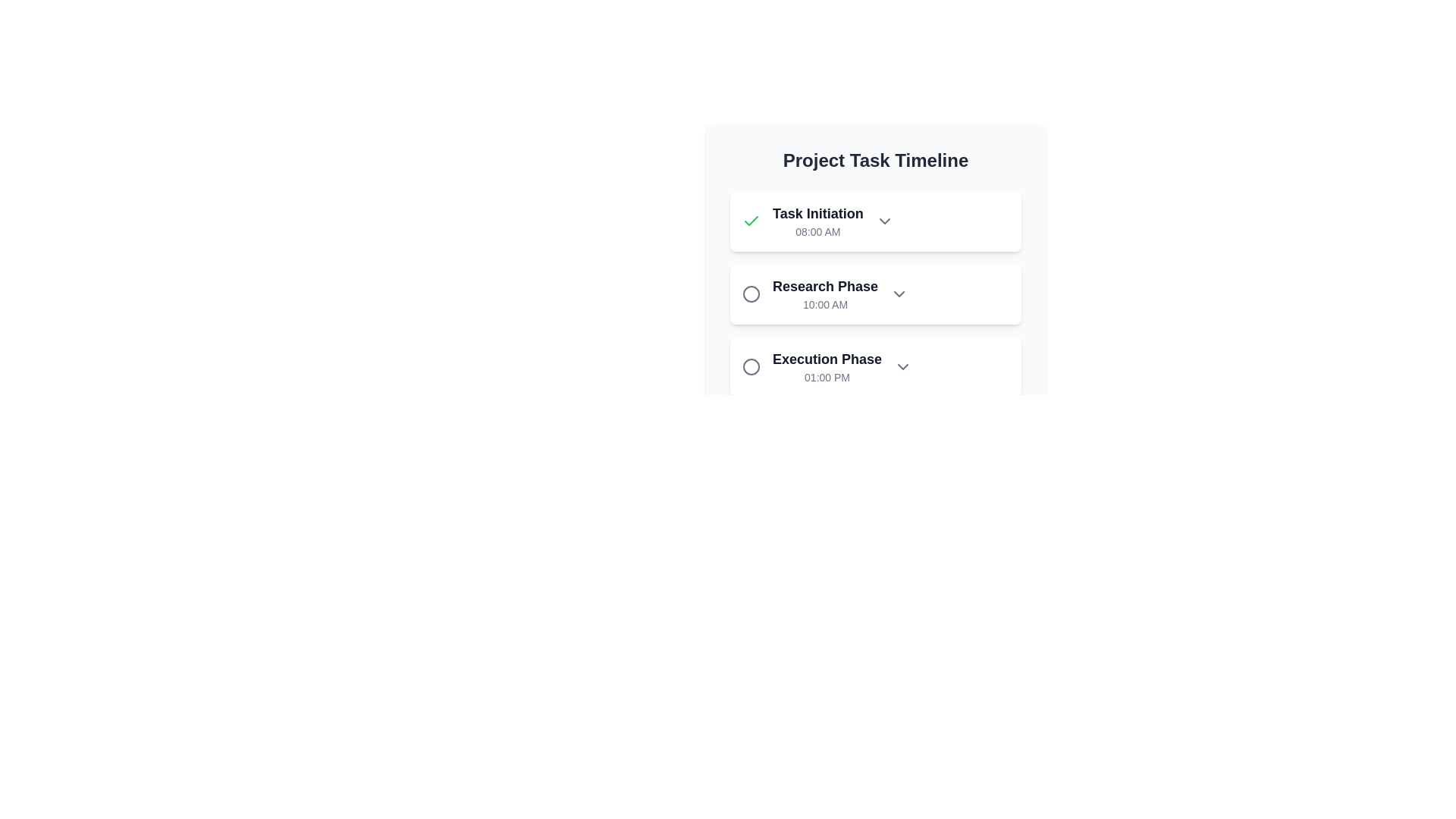  I want to click on the circular gray icon located to the left of the 'Execution Phase' entry in the timeline list, so click(751, 366).